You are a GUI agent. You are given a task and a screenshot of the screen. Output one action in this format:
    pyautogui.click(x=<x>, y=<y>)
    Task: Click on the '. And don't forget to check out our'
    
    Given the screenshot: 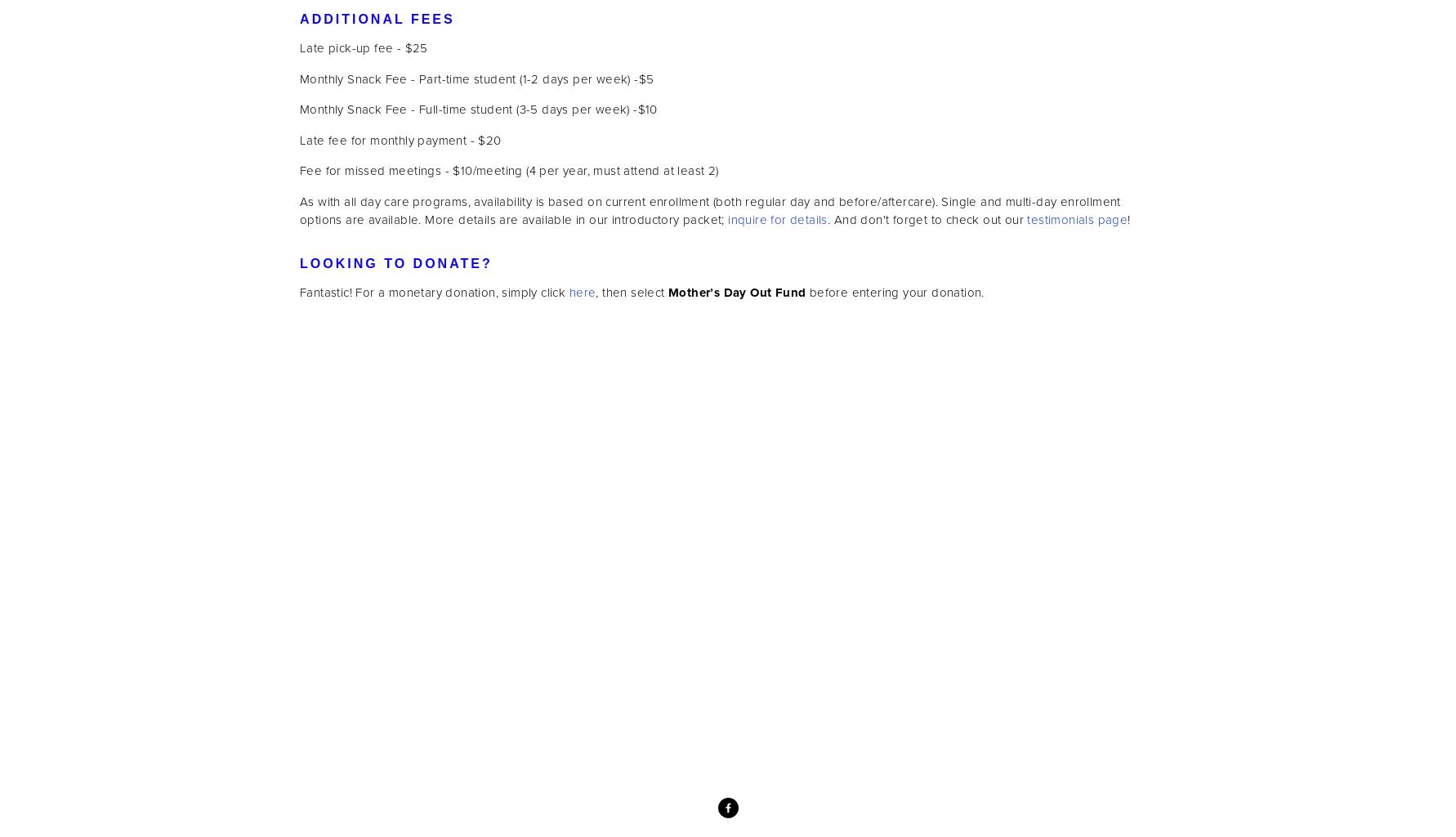 What is the action you would take?
    pyautogui.click(x=825, y=220)
    